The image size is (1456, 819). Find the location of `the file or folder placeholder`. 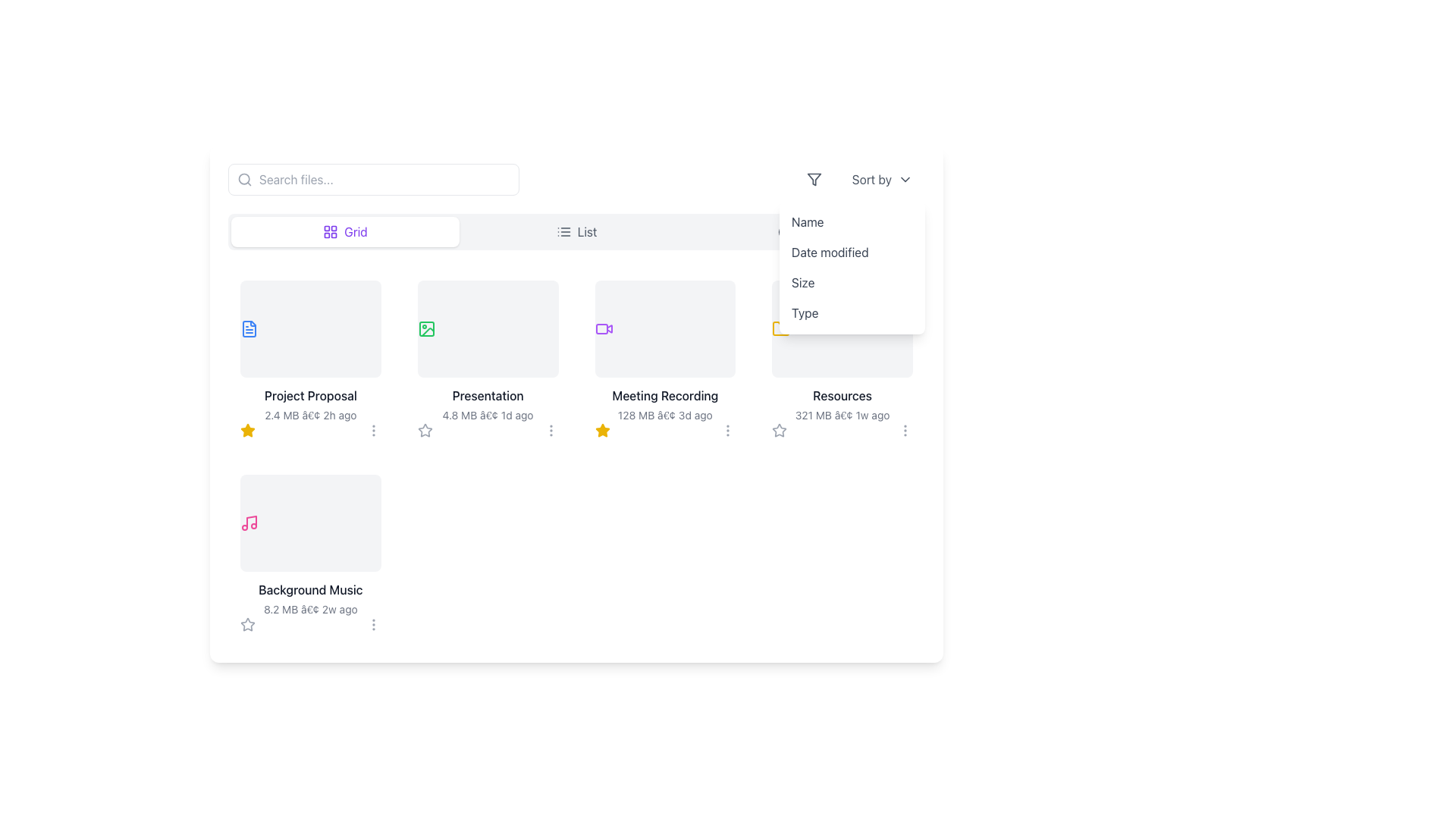

the file or folder placeholder is located at coordinates (488, 328).